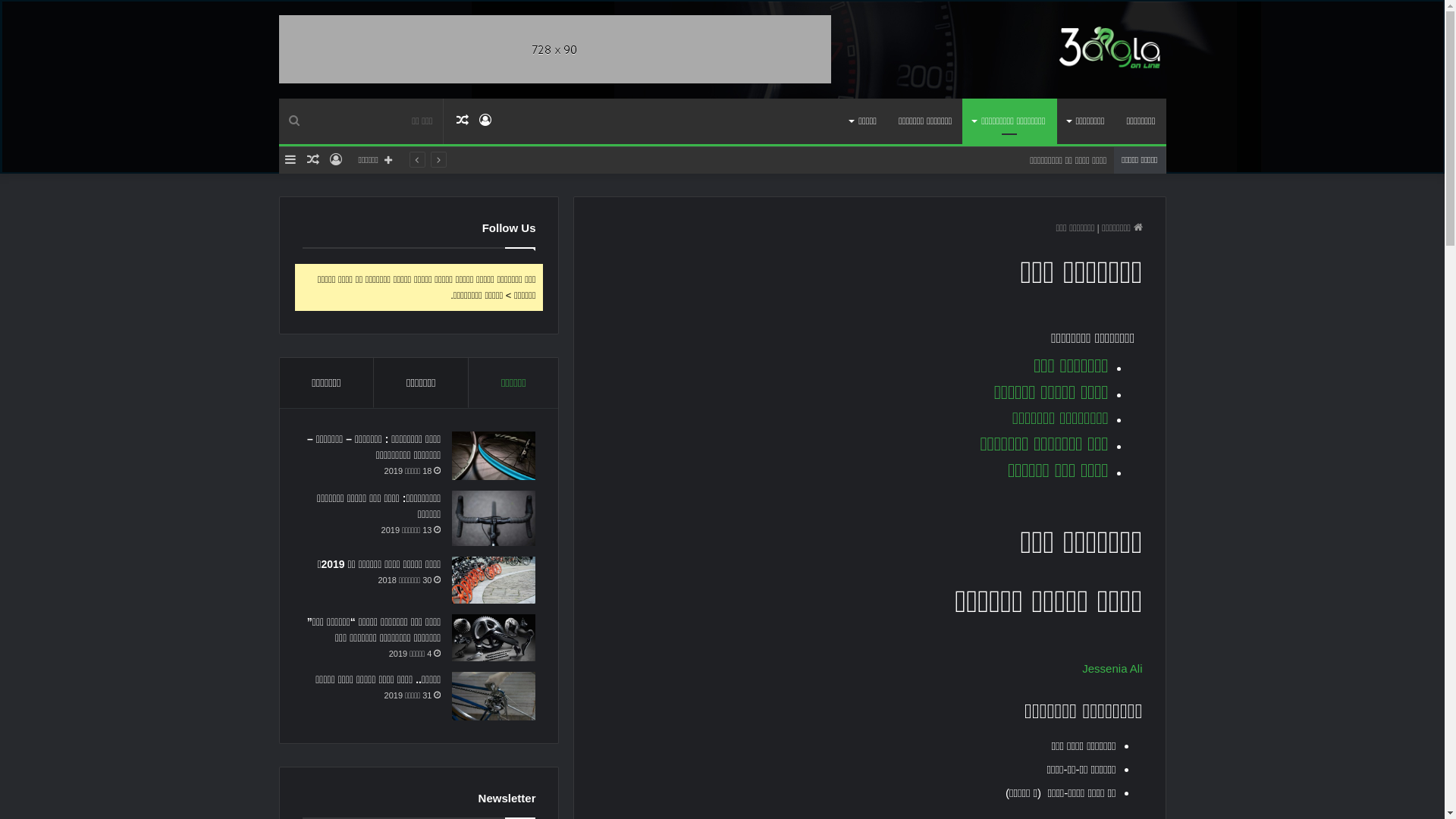 This screenshot has height=819, width=1456. Describe the element at coordinates (1112, 677) in the screenshot. I see `'Jessenia Ali'` at that location.